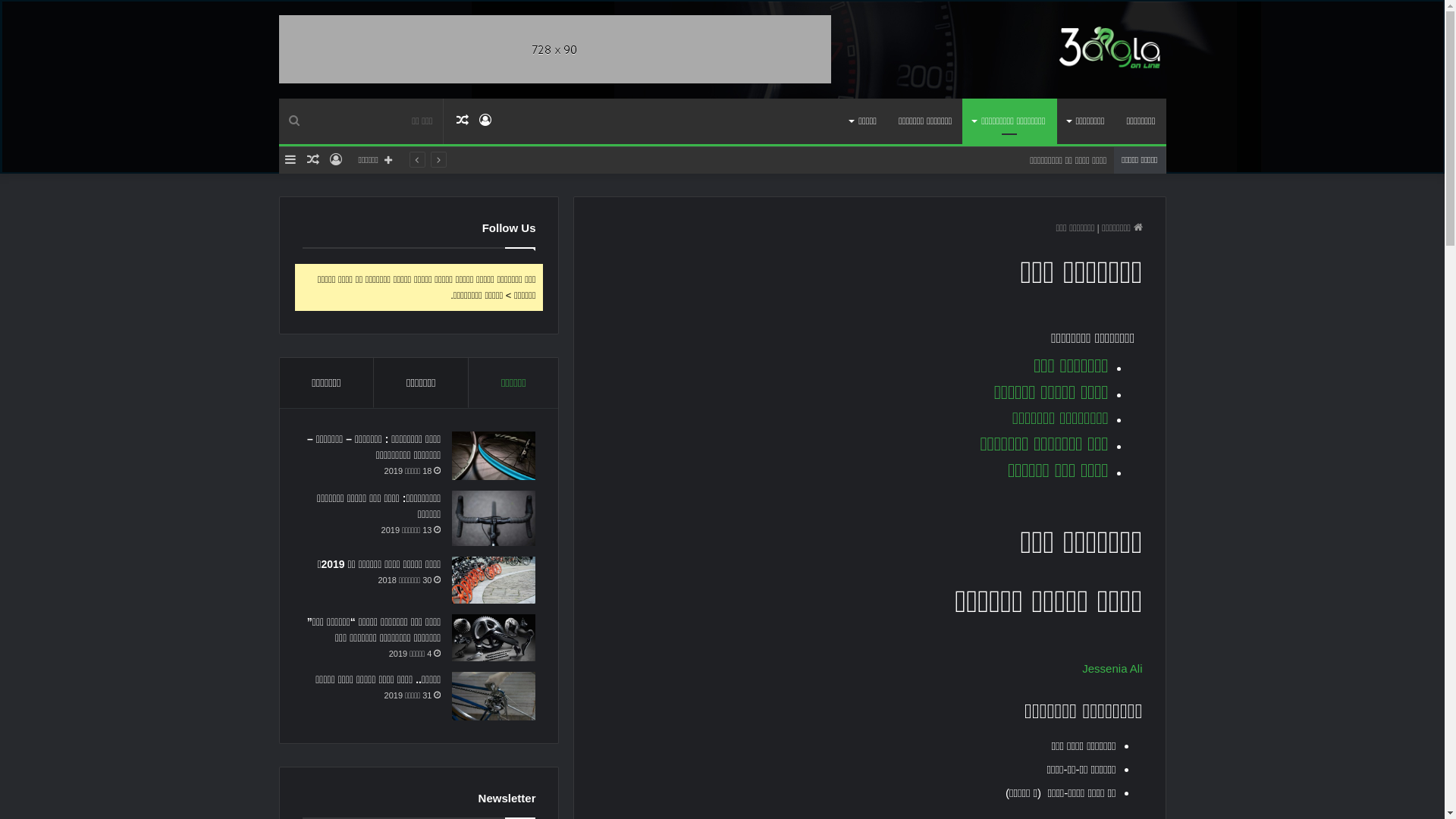 This screenshot has height=819, width=1456. Describe the element at coordinates (1112, 677) in the screenshot. I see `'Jessenia Ali'` at that location.